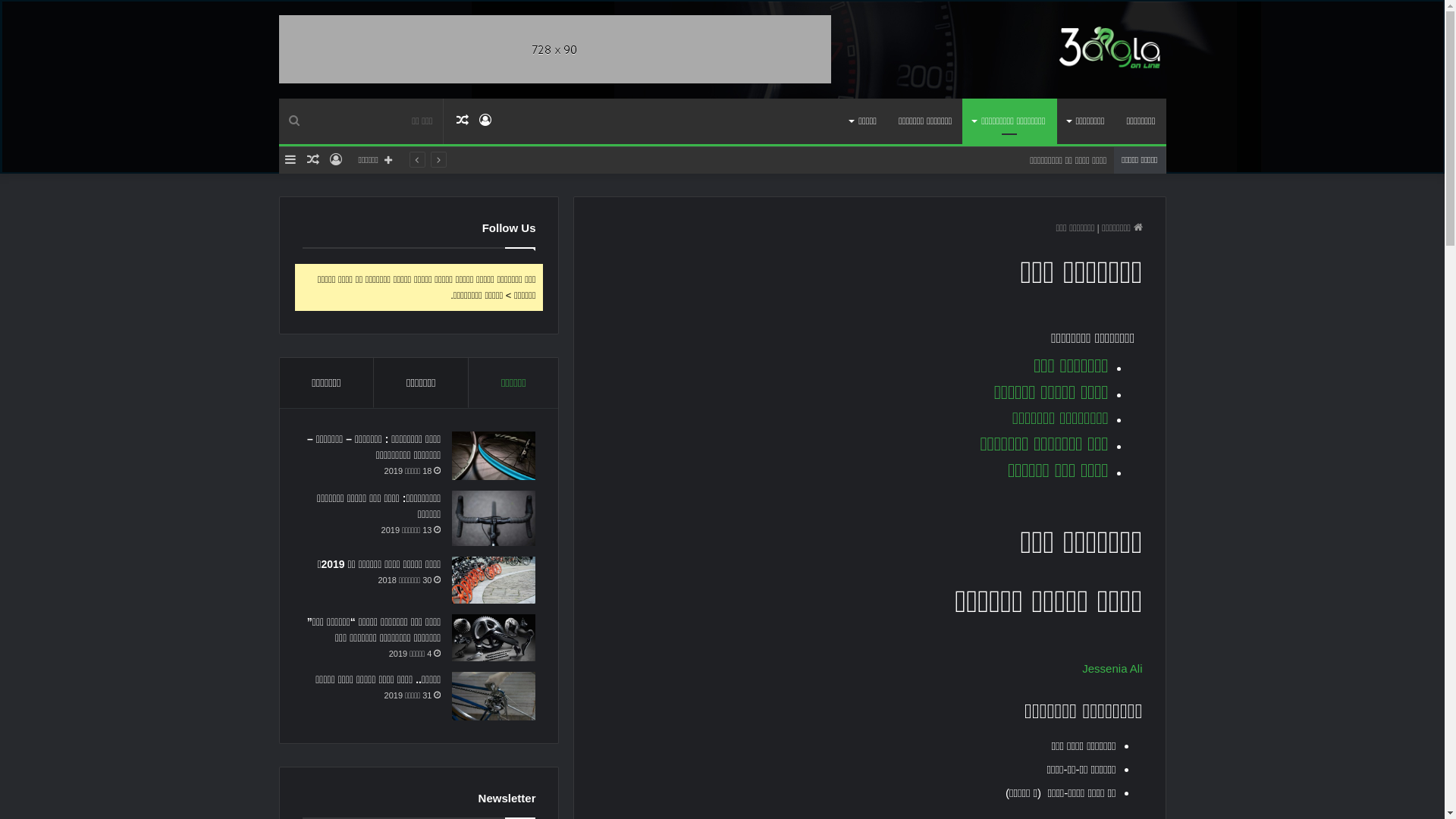 This screenshot has height=819, width=1456. Describe the element at coordinates (1112, 677) in the screenshot. I see `'Jessenia Ali'` at that location.